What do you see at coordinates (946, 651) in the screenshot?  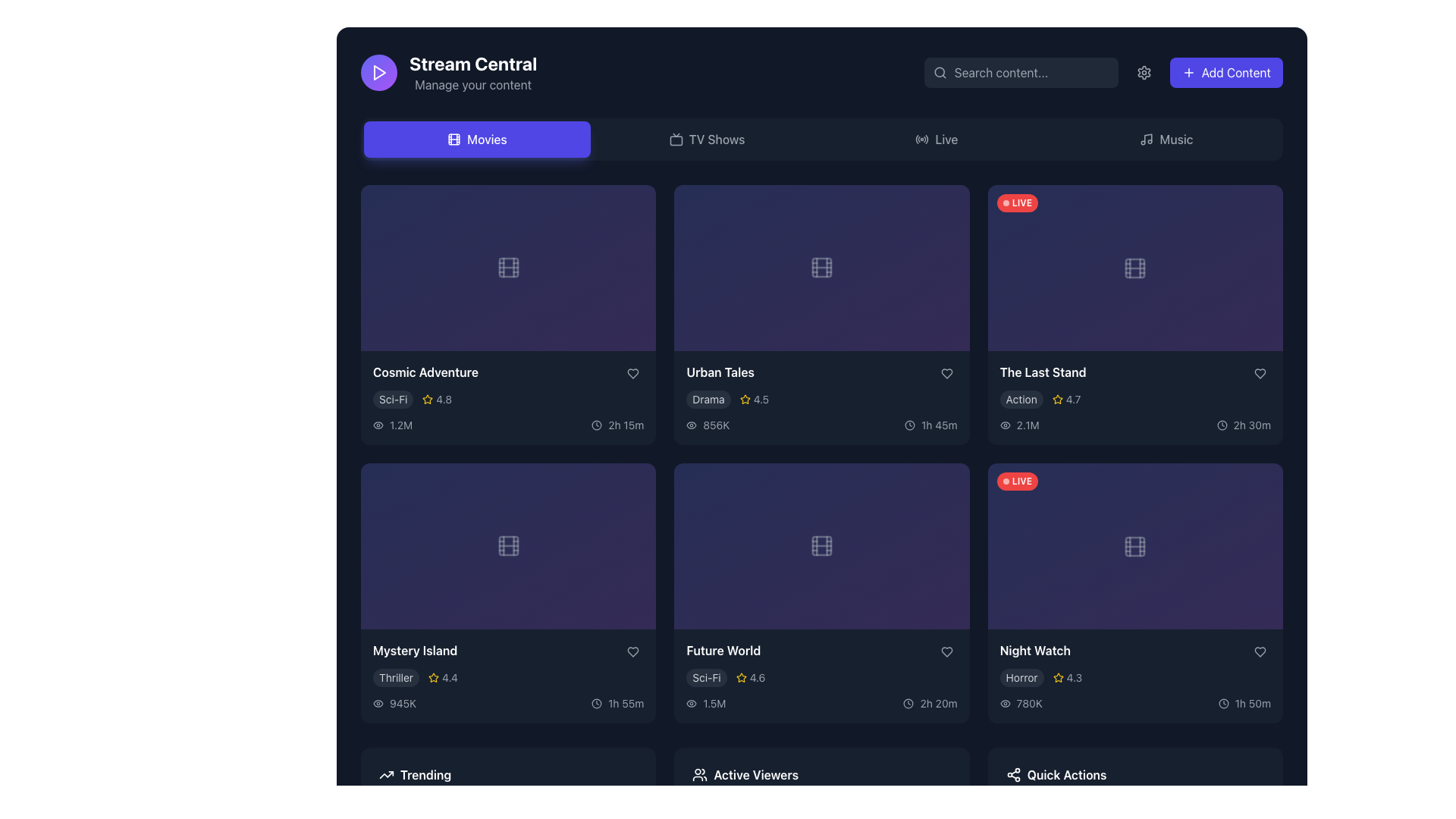 I see `the heart icon button in the 'Future World' card located in the second row and third column of the media grid to mark the item as favorite` at bounding box center [946, 651].